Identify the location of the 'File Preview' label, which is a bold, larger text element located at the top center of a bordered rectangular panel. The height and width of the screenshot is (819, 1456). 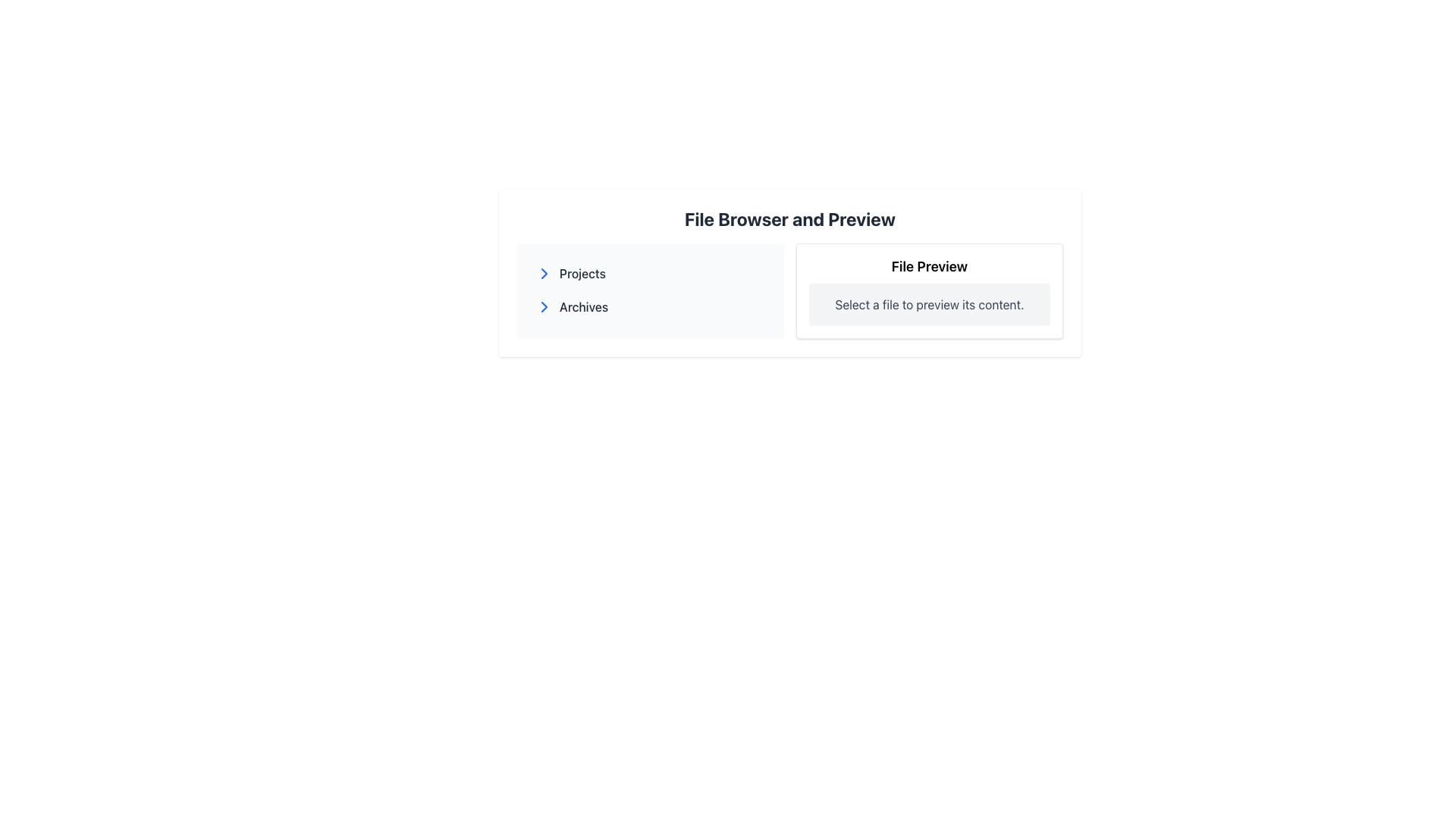
(928, 265).